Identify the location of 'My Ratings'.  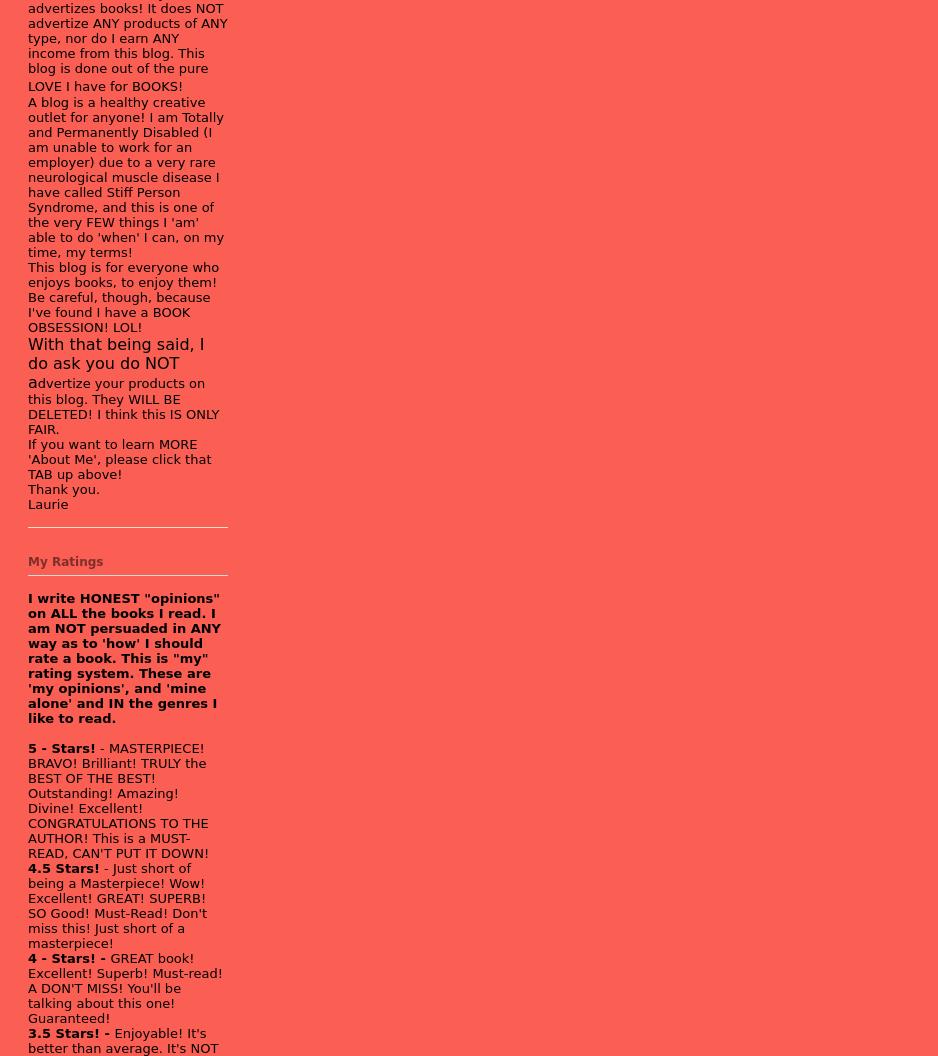
(64, 560).